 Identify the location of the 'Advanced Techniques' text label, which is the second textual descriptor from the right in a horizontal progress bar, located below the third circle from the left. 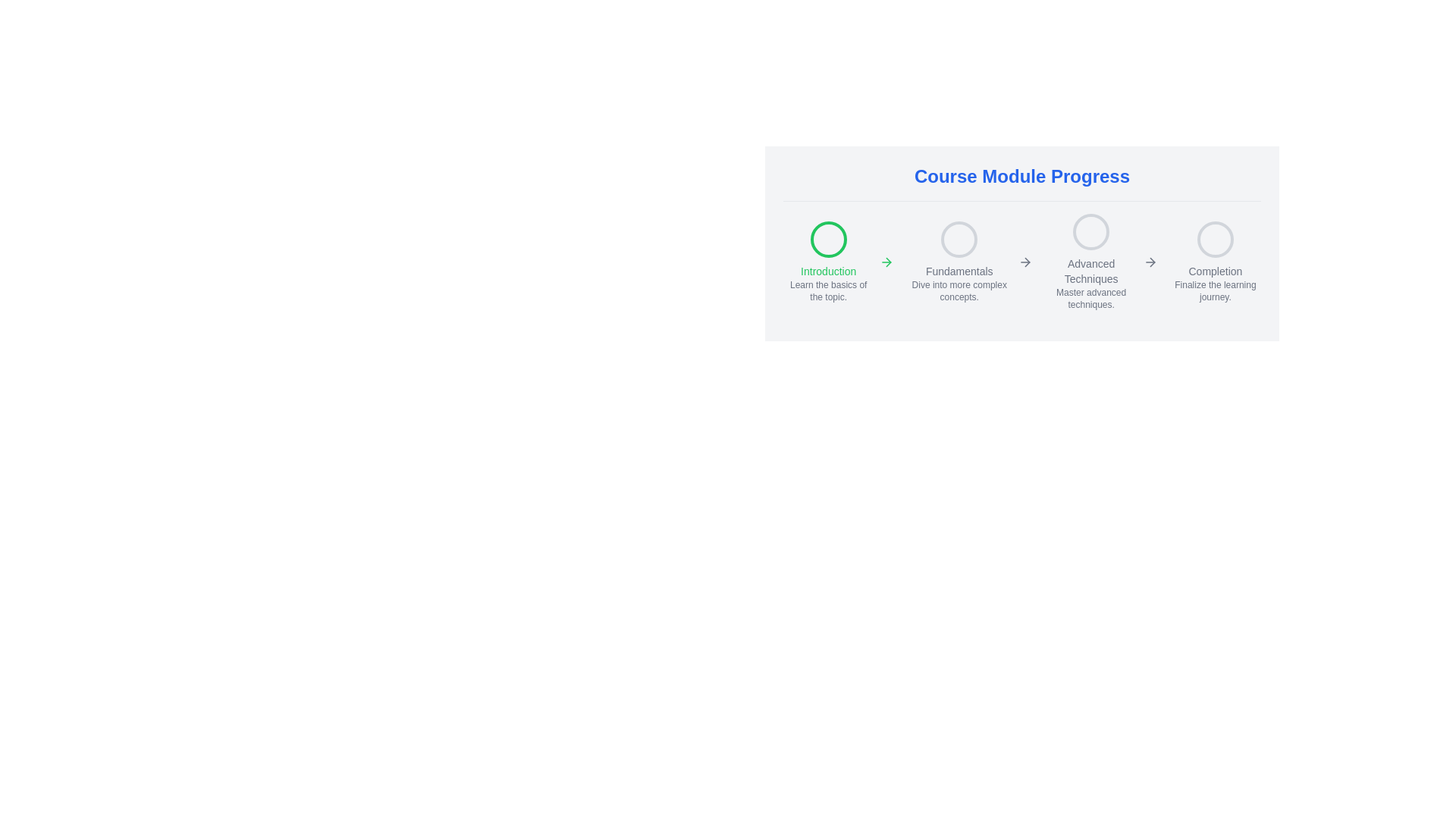
(1090, 271).